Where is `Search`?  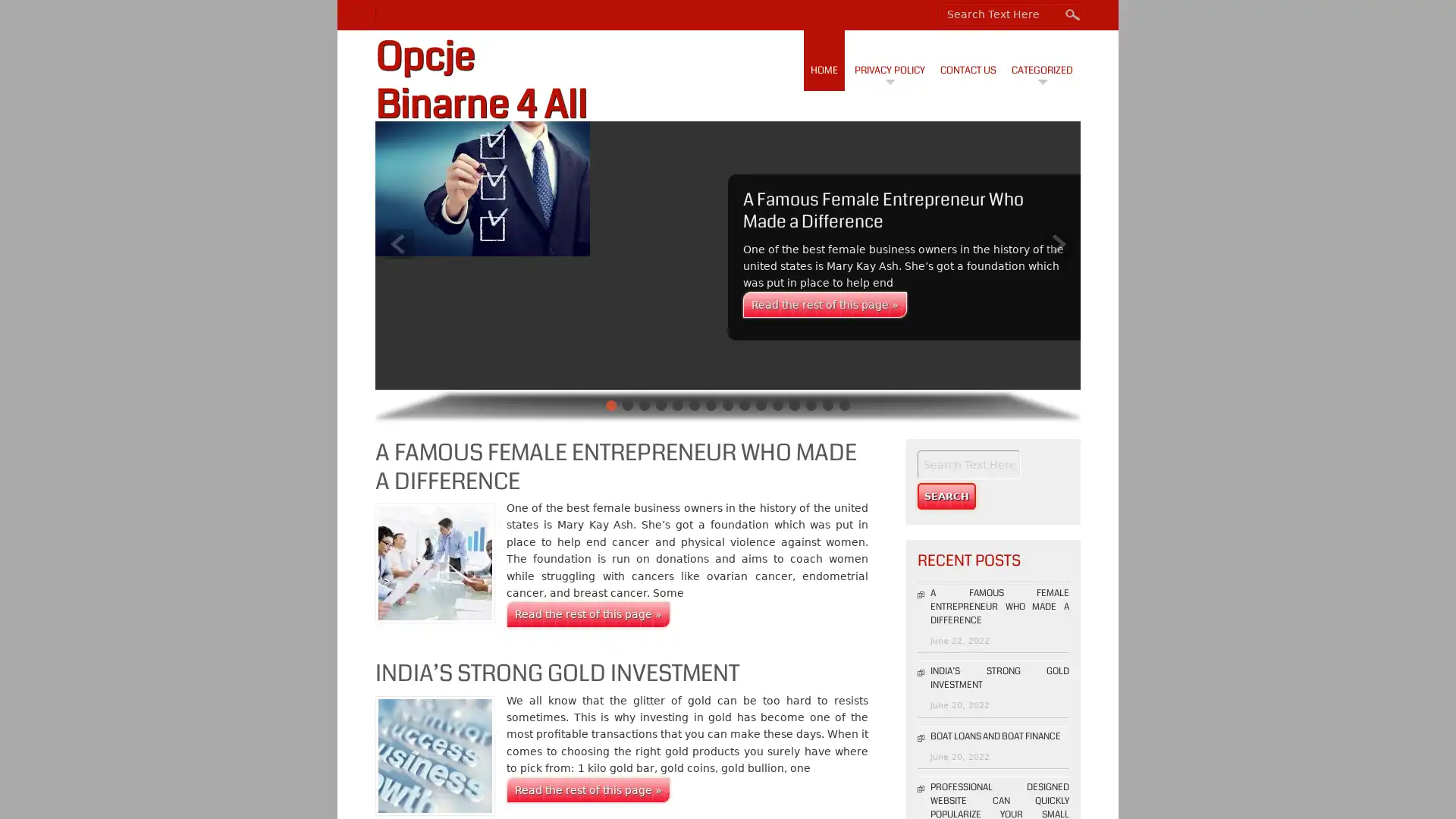 Search is located at coordinates (946, 496).